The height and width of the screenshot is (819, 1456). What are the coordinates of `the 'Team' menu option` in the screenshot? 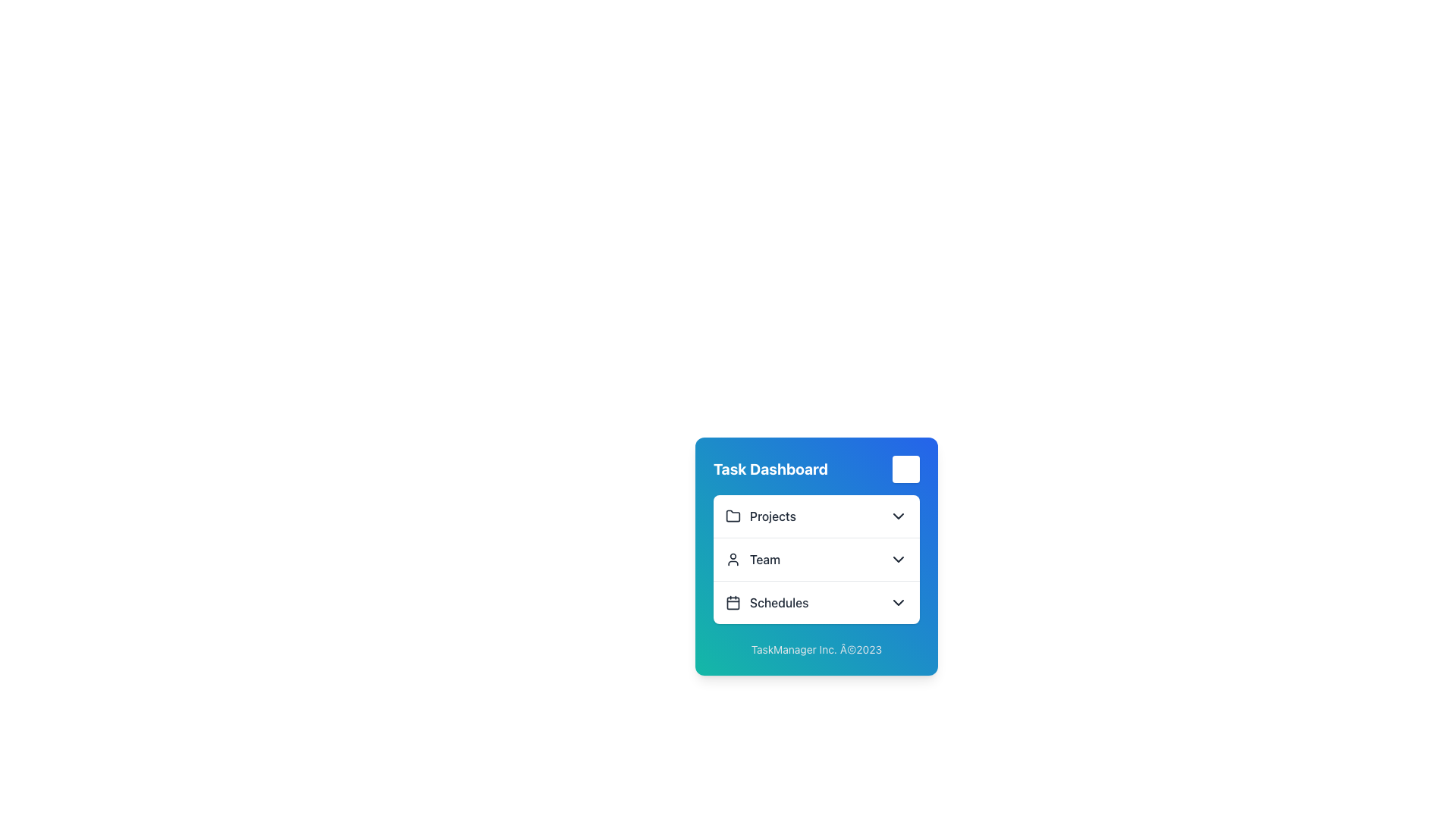 It's located at (753, 559).